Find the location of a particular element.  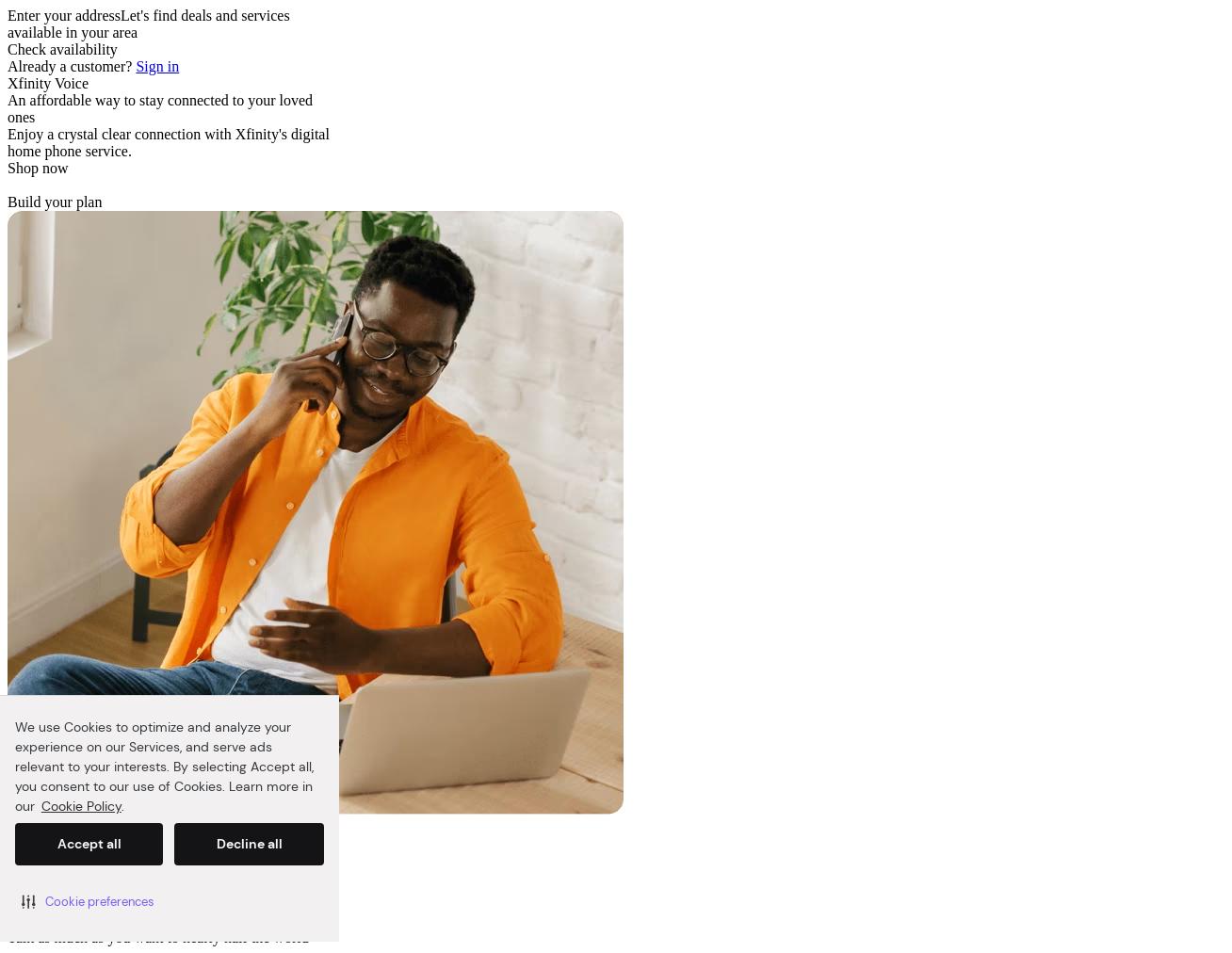

'Decline all' is located at coordinates (247, 844).